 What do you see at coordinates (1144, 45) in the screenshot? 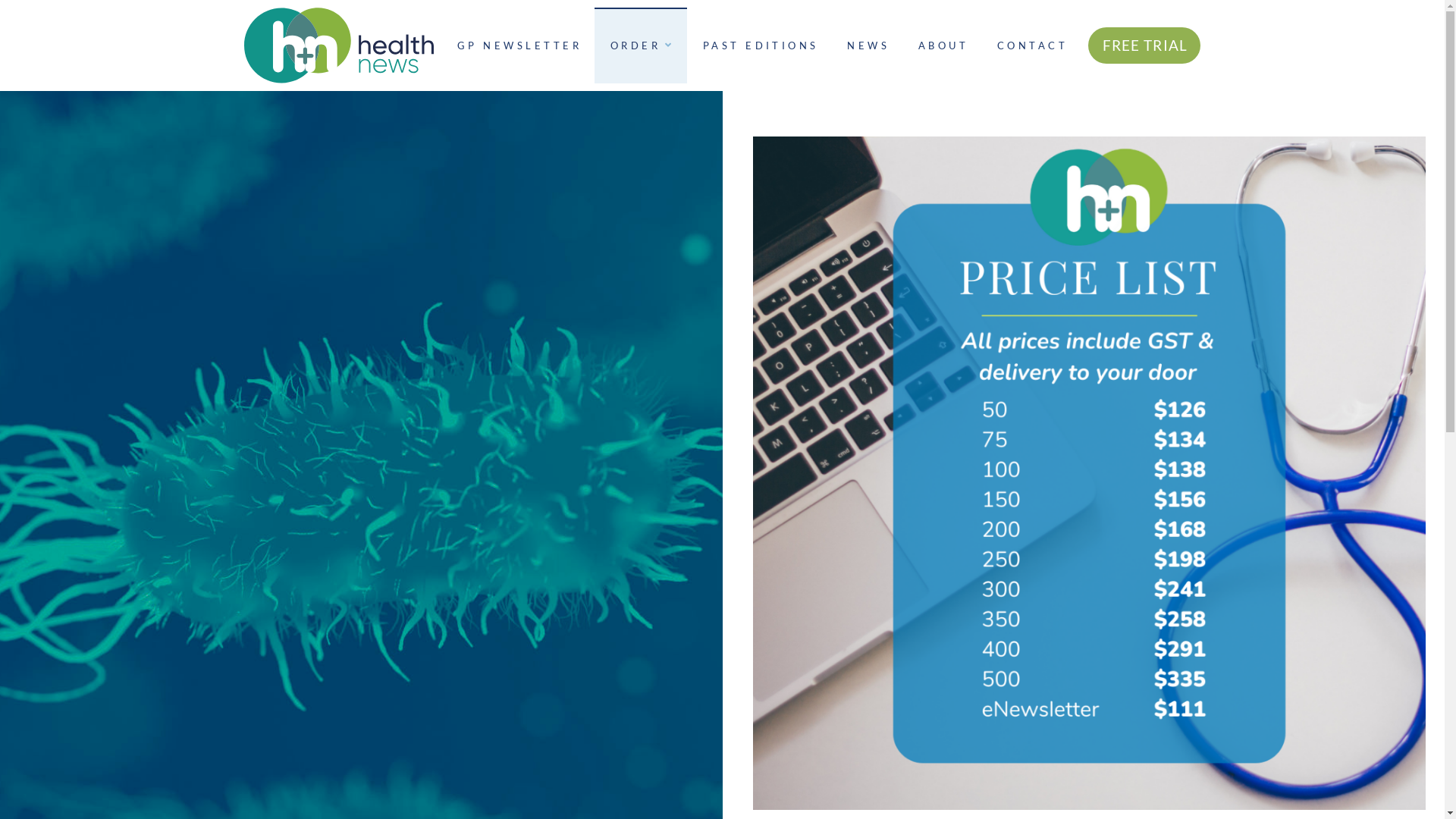
I see `'FREE TRIAL'` at bounding box center [1144, 45].